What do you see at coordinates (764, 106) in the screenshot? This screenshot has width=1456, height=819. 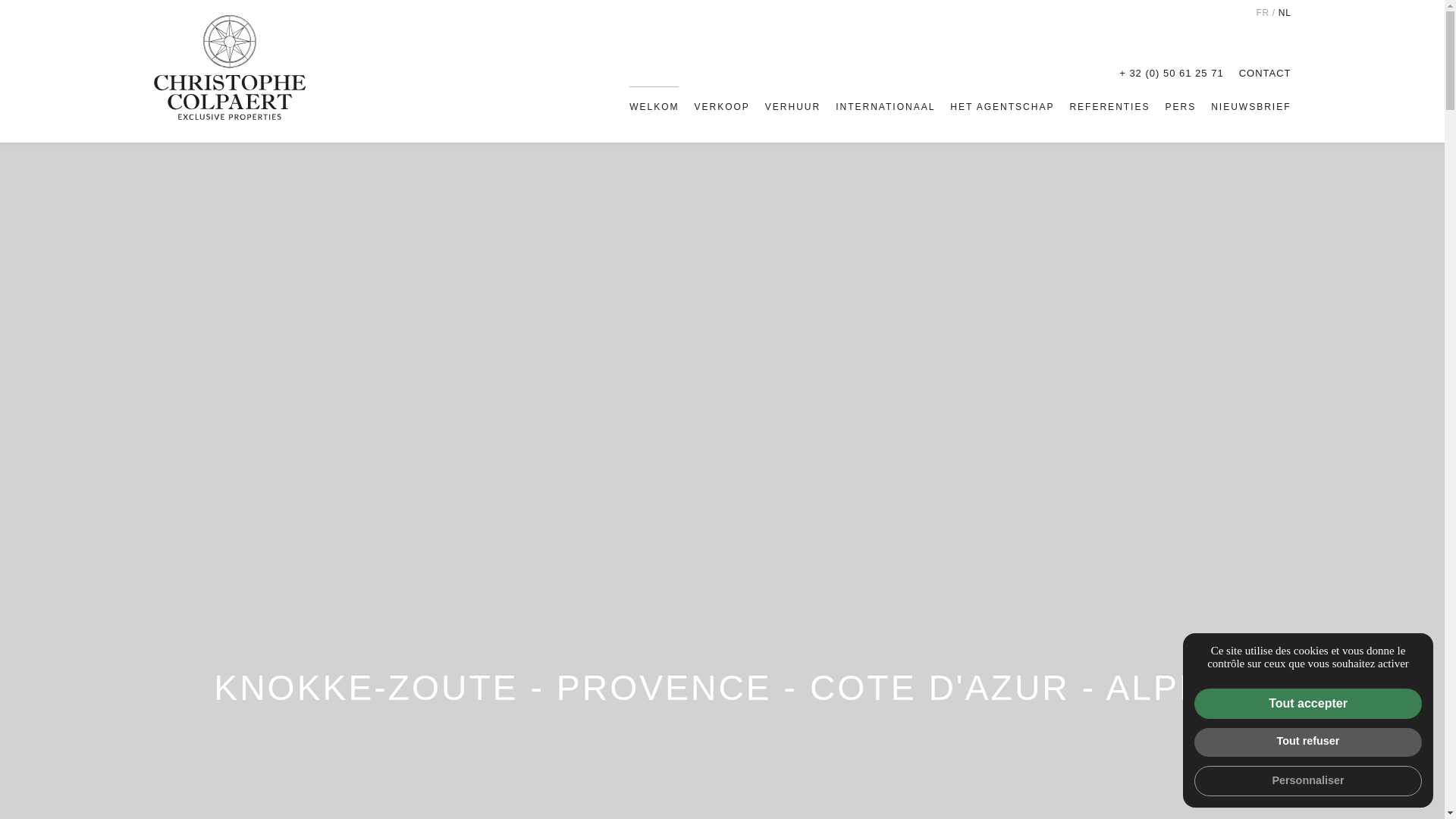 I see `'VERHUUR'` at bounding box center [764, 106].